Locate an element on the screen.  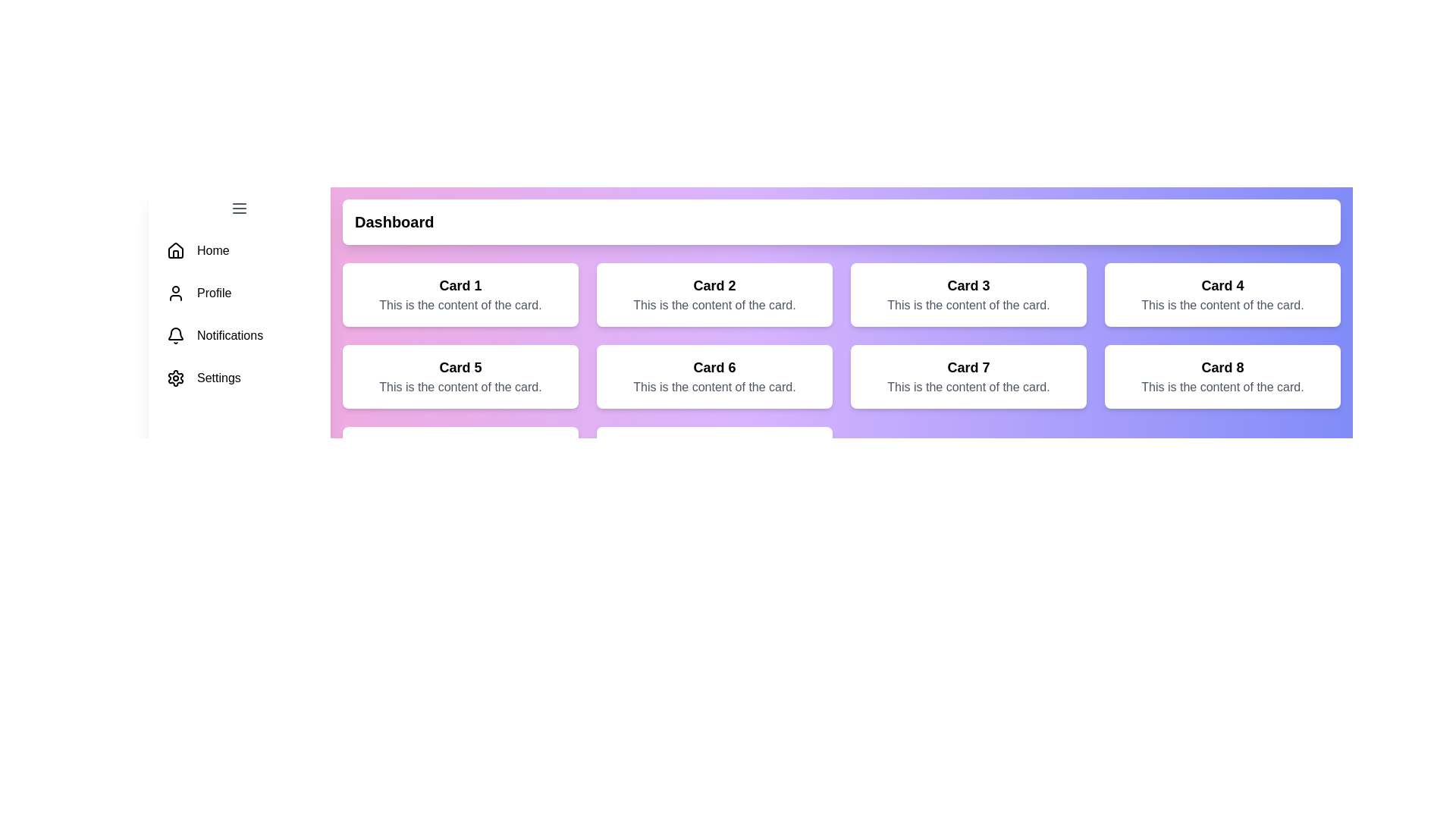
the menu item Profile to highlight it is located at coordinates (239, 293).